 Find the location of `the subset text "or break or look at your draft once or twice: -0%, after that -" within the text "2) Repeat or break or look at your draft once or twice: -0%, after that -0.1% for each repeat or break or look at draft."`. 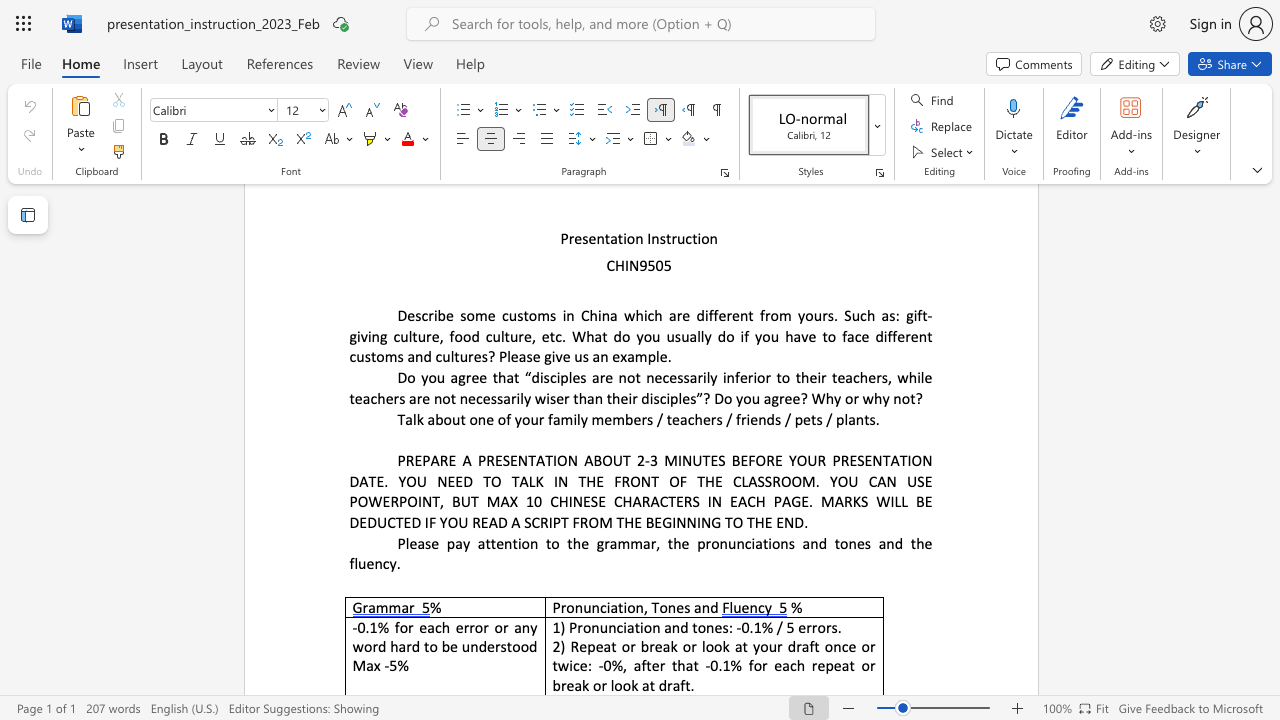

the subset text "or break or look at your draft once or twice: -0%, after that -" within the text "2) Repeat or break or look at your draft once or twice: -0%, after that -0.1% for each repeat or break or look at draft." is located at coordinates (620, 646).